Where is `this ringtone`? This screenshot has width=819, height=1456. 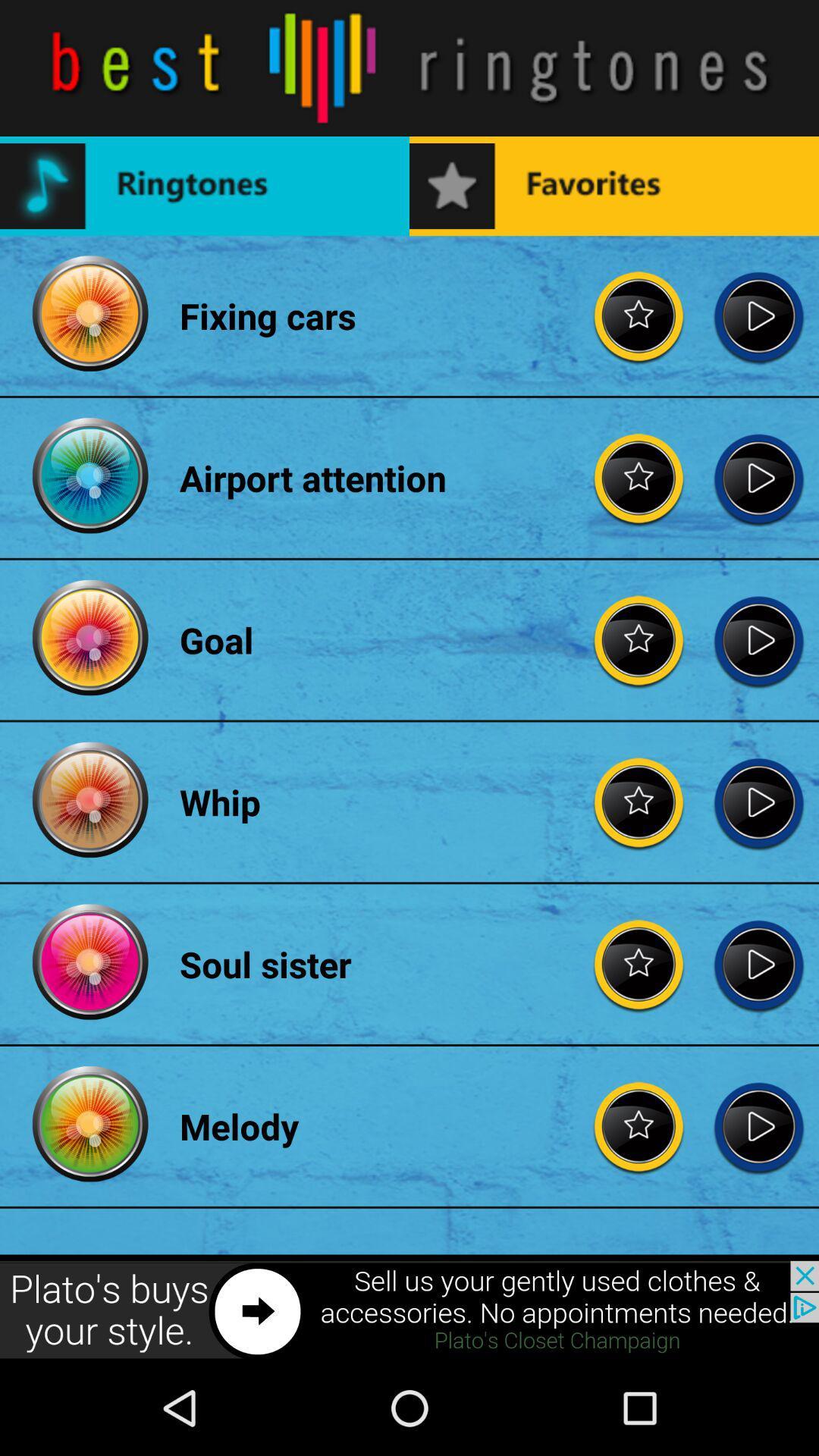 this ringtone is located at coordinates (758, 1126).